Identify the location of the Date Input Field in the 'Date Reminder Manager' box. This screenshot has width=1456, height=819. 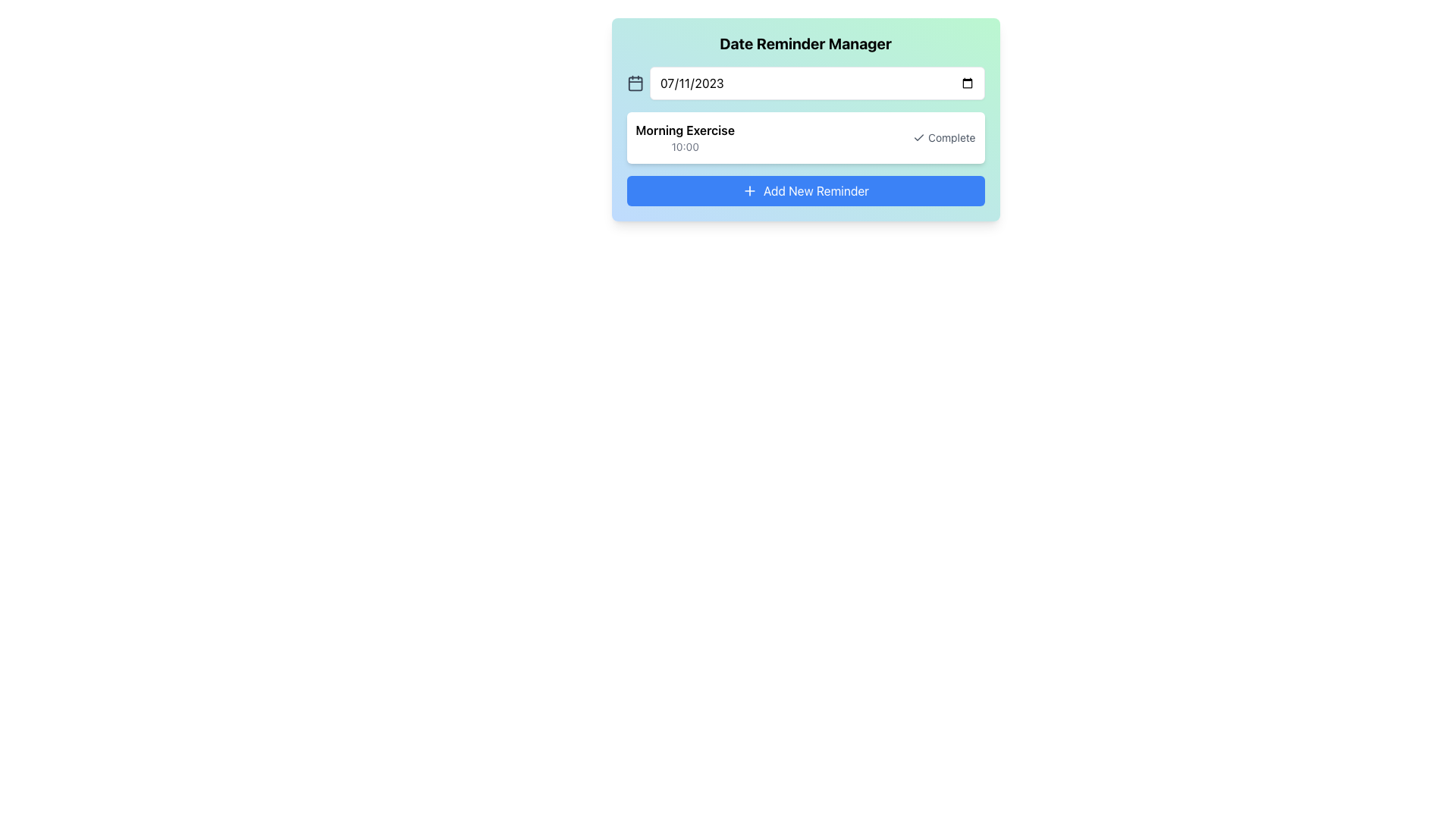
(816, 83).